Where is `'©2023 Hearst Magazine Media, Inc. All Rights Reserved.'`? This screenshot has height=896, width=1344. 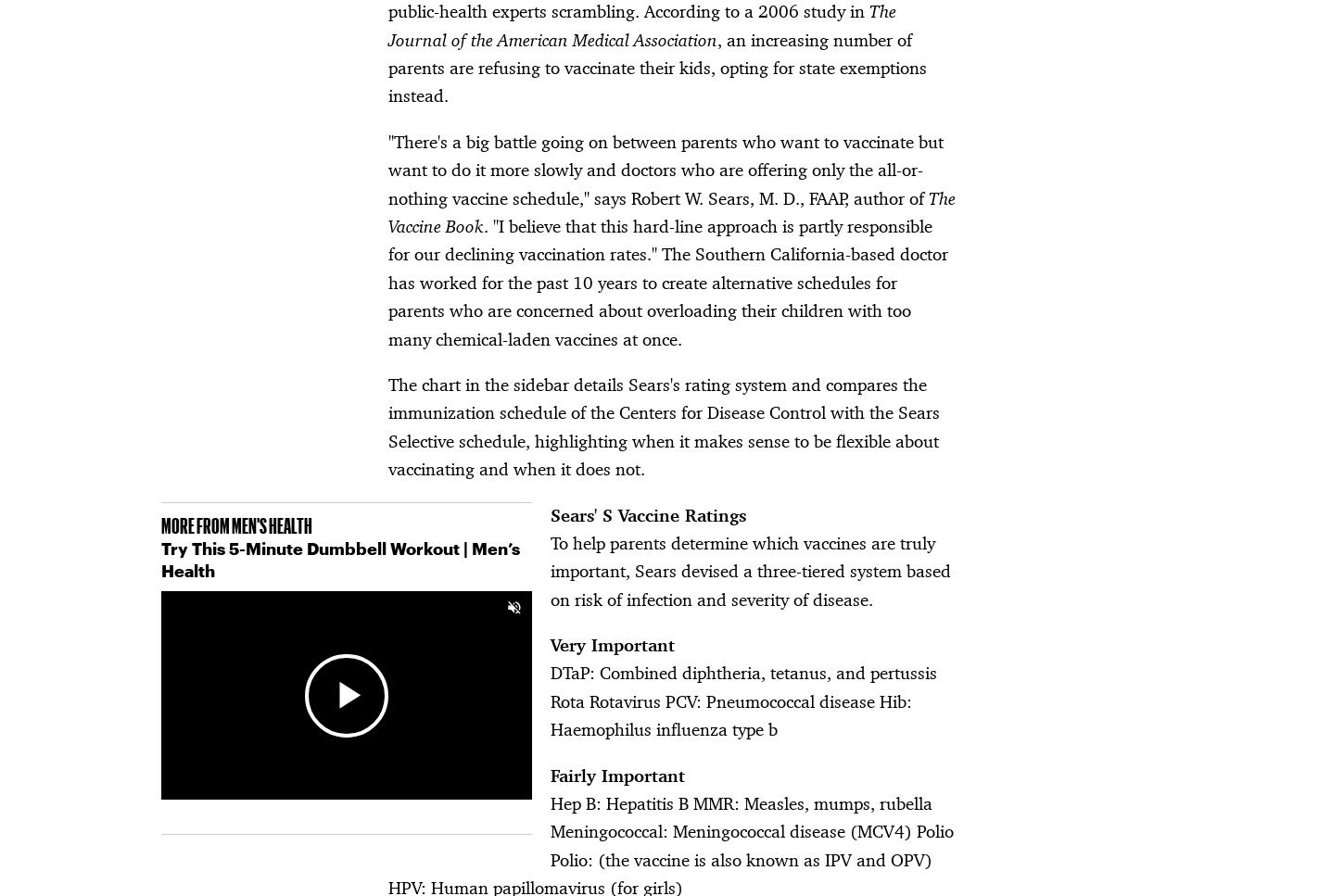
'©2023 Hearst Magazine Media, Inc. All Rights Reserved.' is located at coordinates (330, 851).